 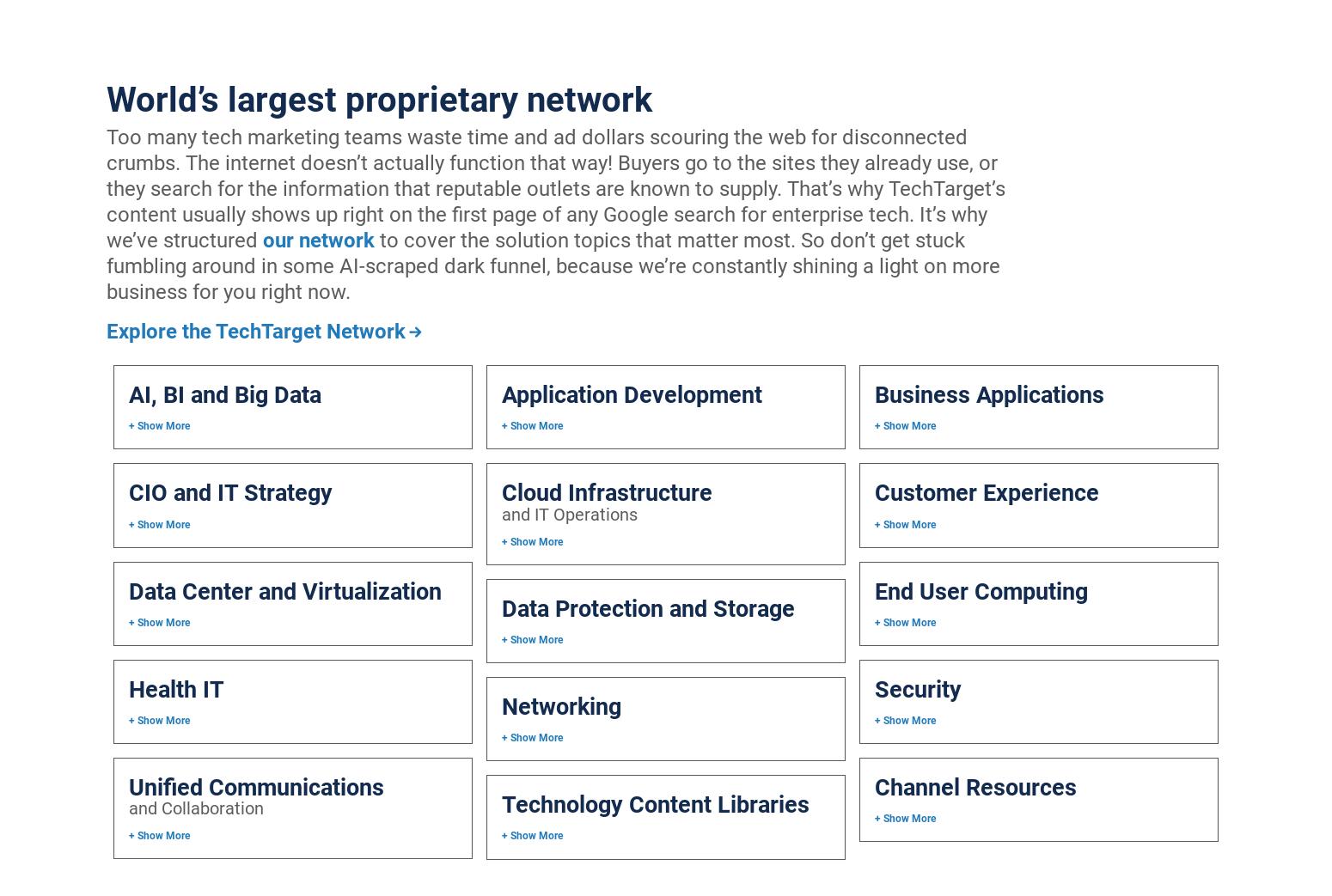 I want to click on 'Networking', so click(x=559, y=705).